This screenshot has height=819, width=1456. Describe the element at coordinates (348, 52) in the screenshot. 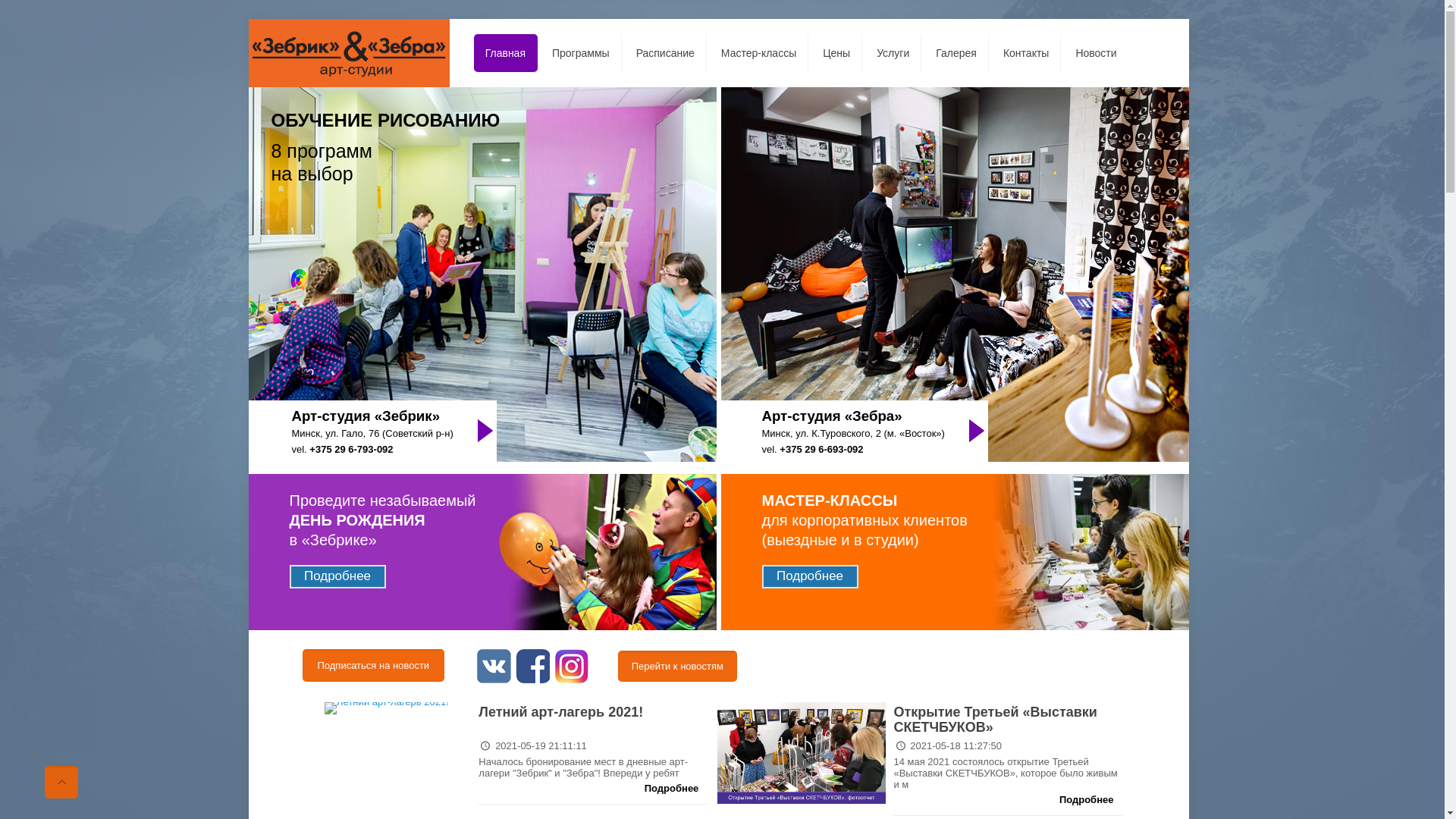

I see `'zebra-art.by'` at that location.